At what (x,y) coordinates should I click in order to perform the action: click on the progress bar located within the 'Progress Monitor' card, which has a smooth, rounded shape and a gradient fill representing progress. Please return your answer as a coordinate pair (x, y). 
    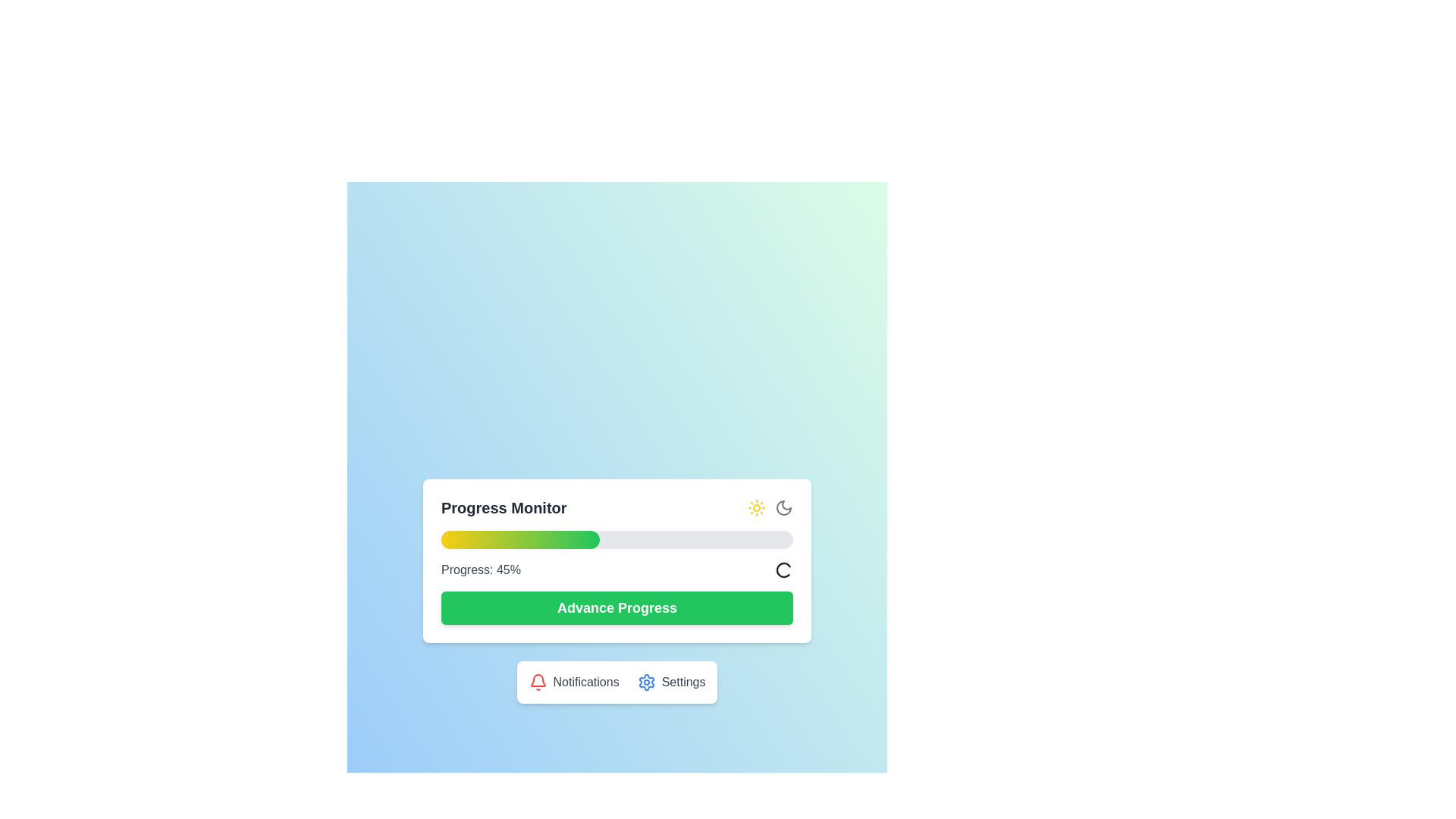
    Looking at the image, I should click on (617, 539).